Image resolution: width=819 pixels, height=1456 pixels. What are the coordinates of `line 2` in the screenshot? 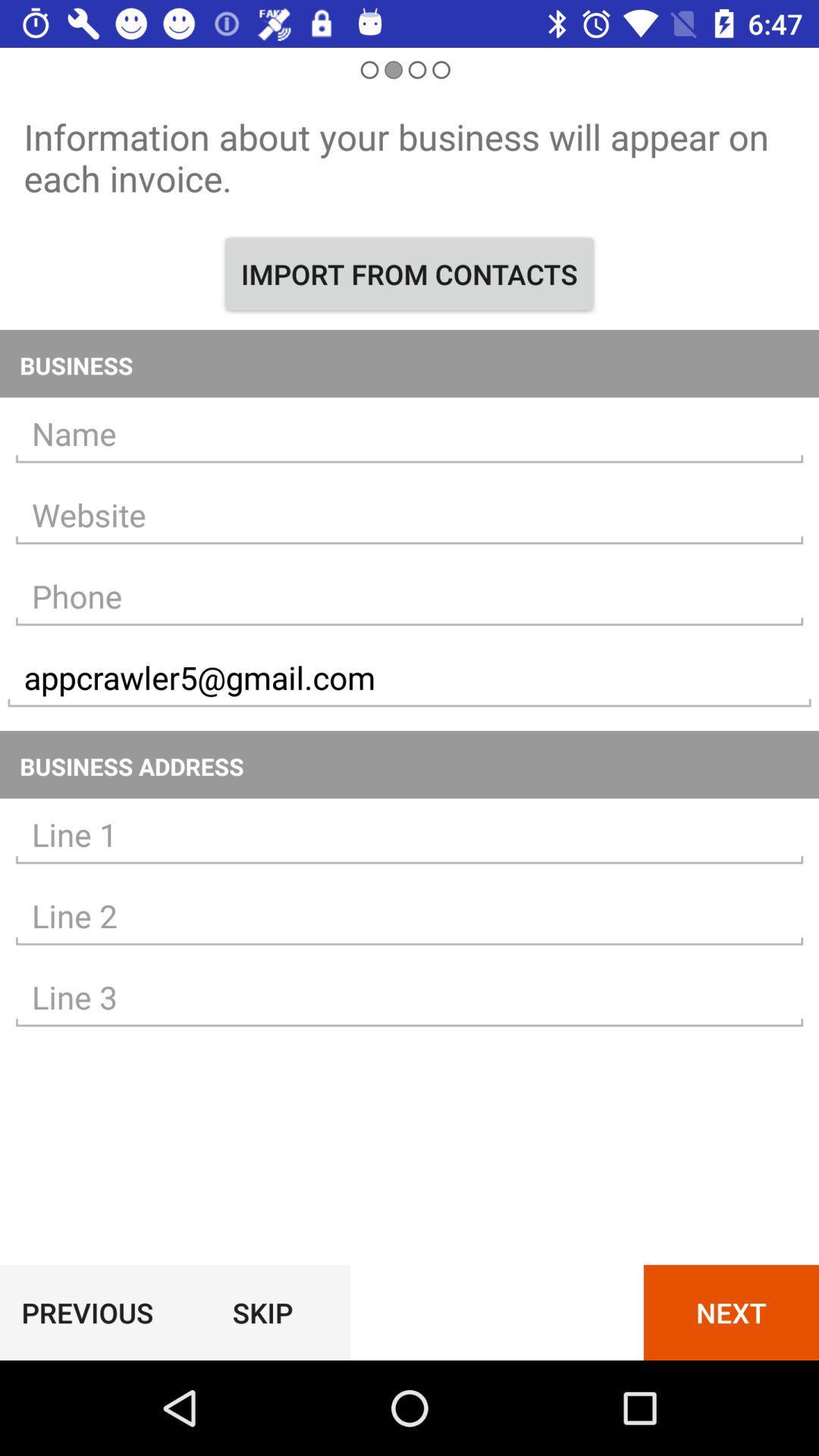 It's located at (409, 915).